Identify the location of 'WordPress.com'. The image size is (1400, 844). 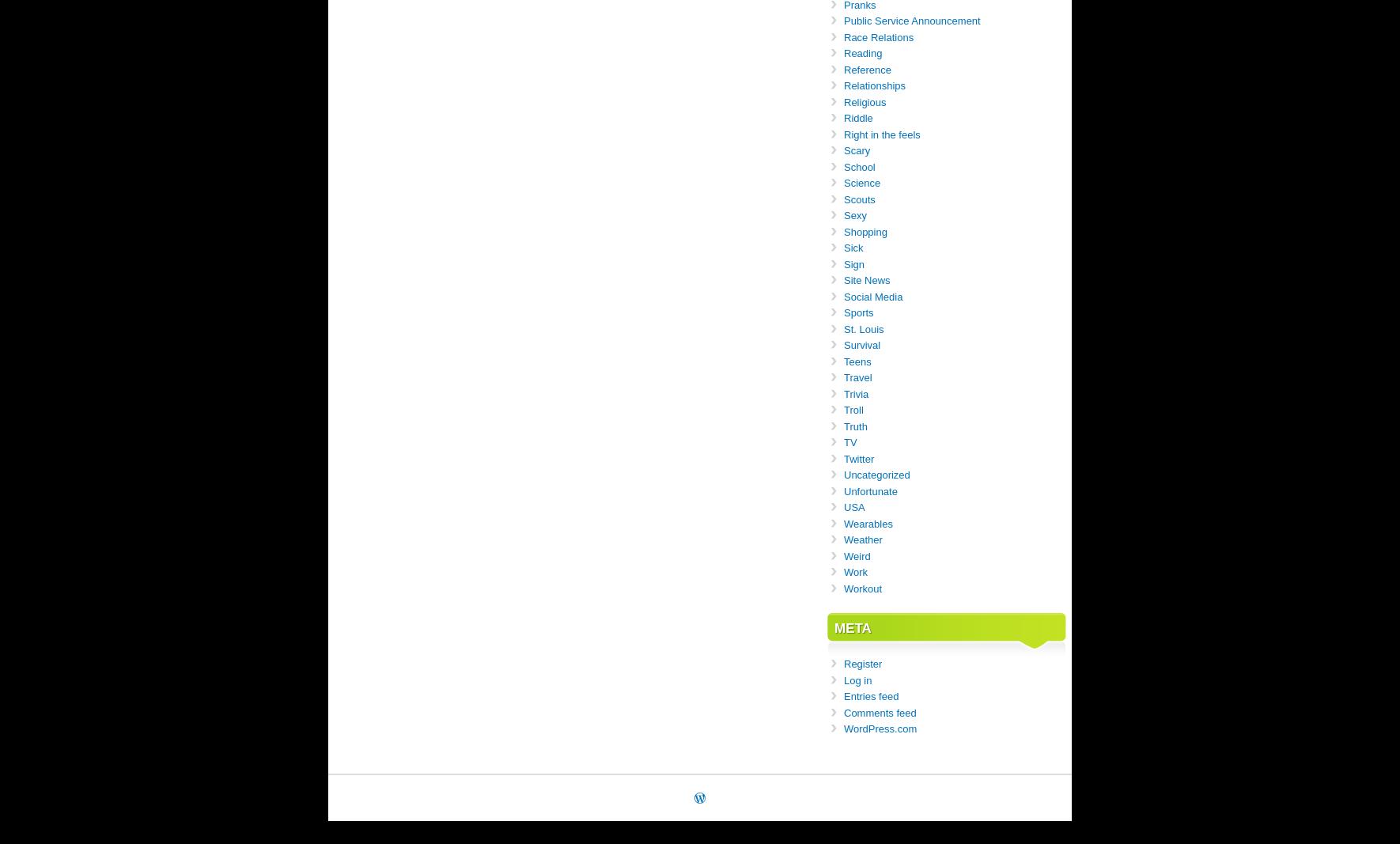
(843, 729).